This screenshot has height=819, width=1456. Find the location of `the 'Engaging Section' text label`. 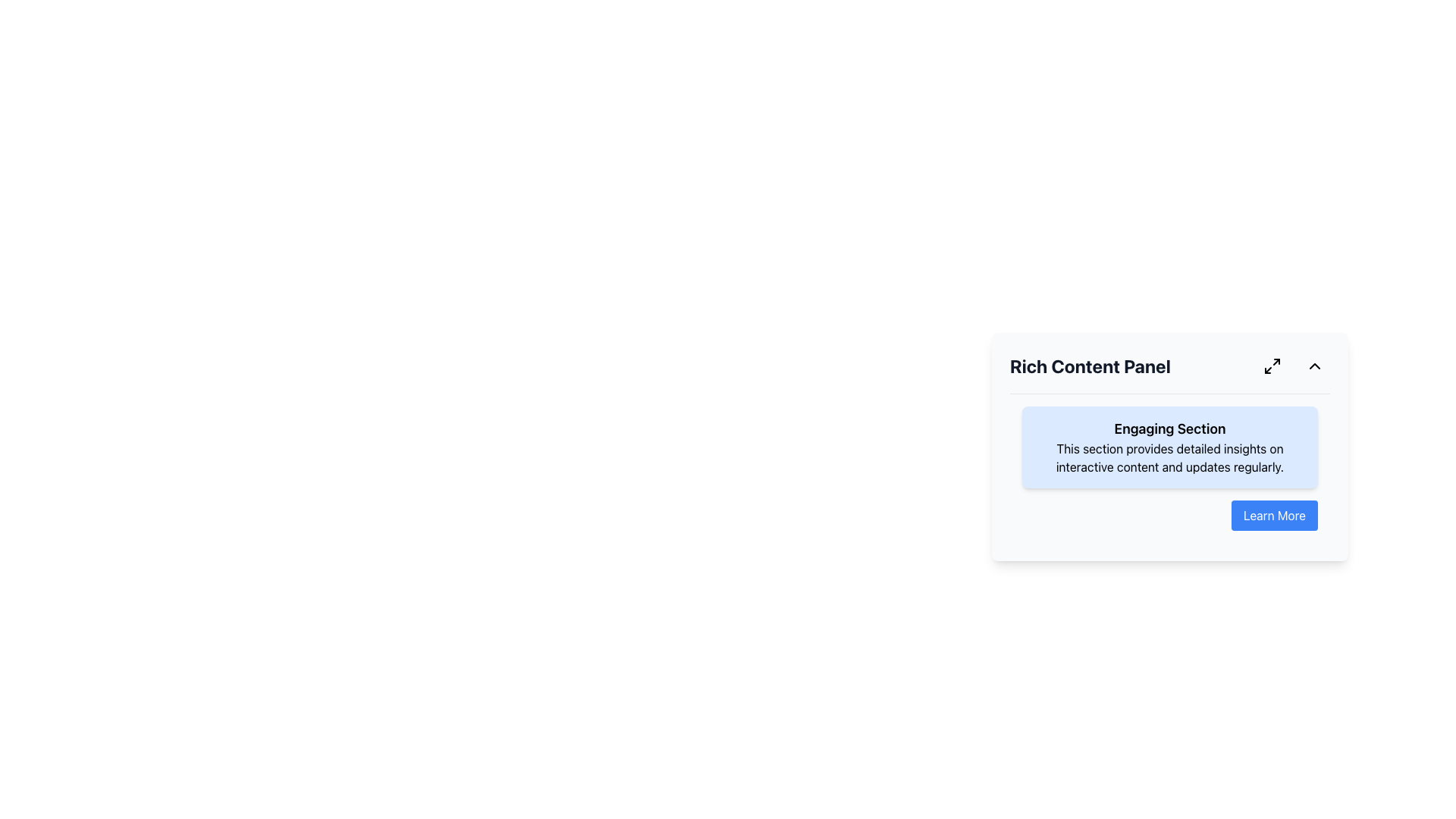

the 'Engaging Section' text label is located at coordinates (1169, 429).